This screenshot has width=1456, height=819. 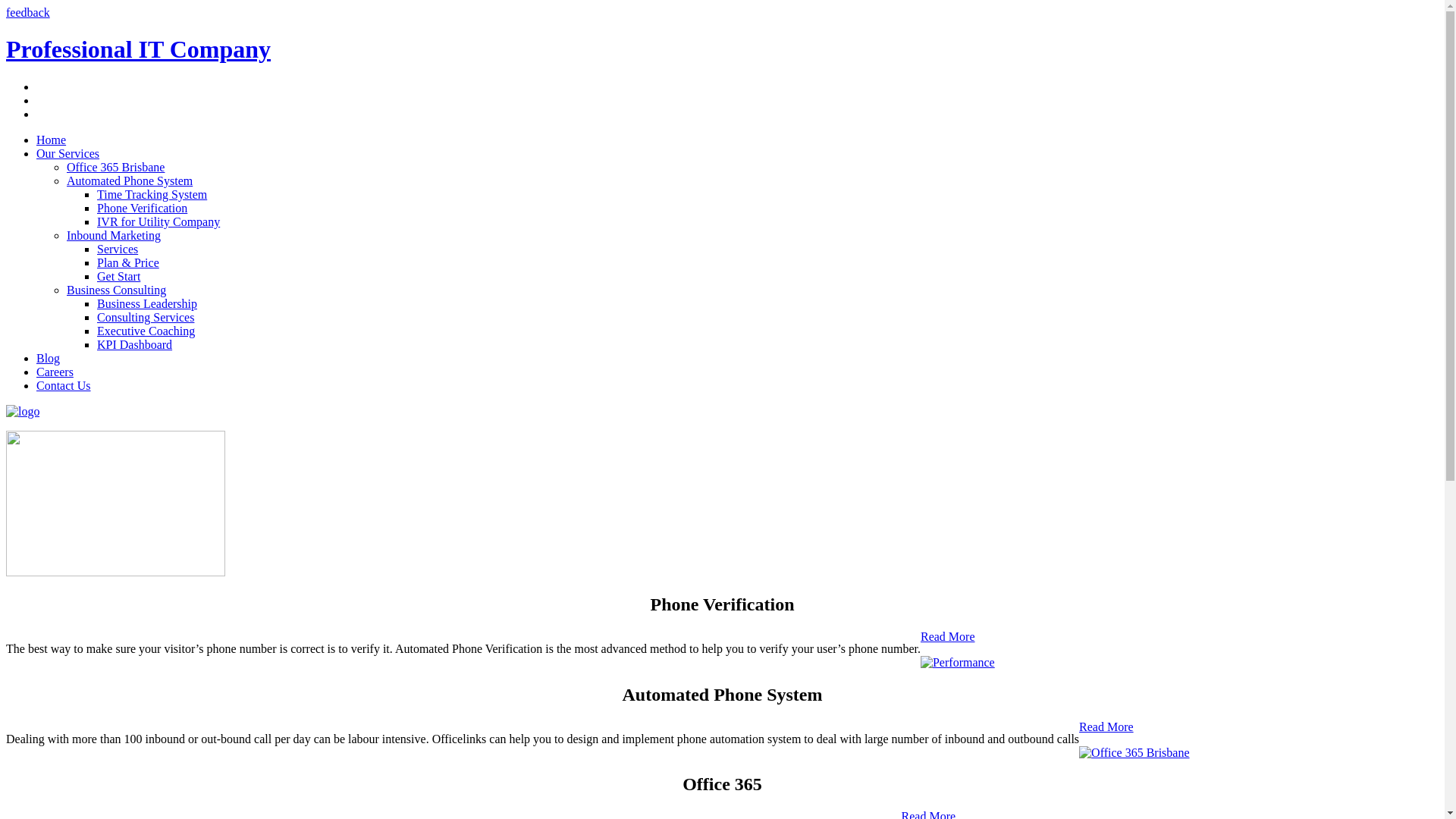 I want to click on 'Inbound Marketing', so click(x=112, y=235).